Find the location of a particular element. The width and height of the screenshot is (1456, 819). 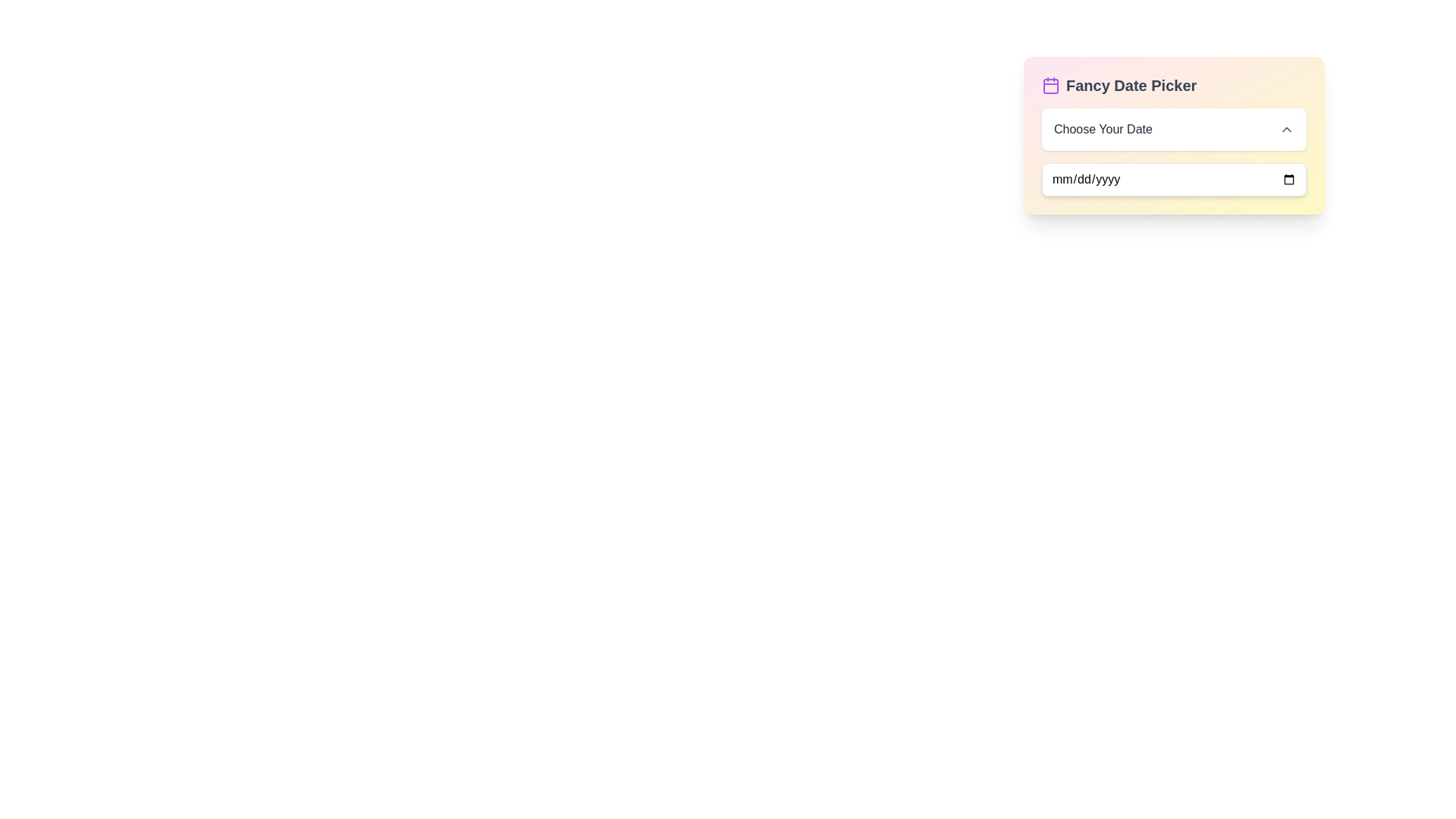

the Text Label that guides the user in selecting a date, located in the 'Fancy Date Picker' above the 'mm/dd/yyyy' input field is located at coordinates (1103, 128).